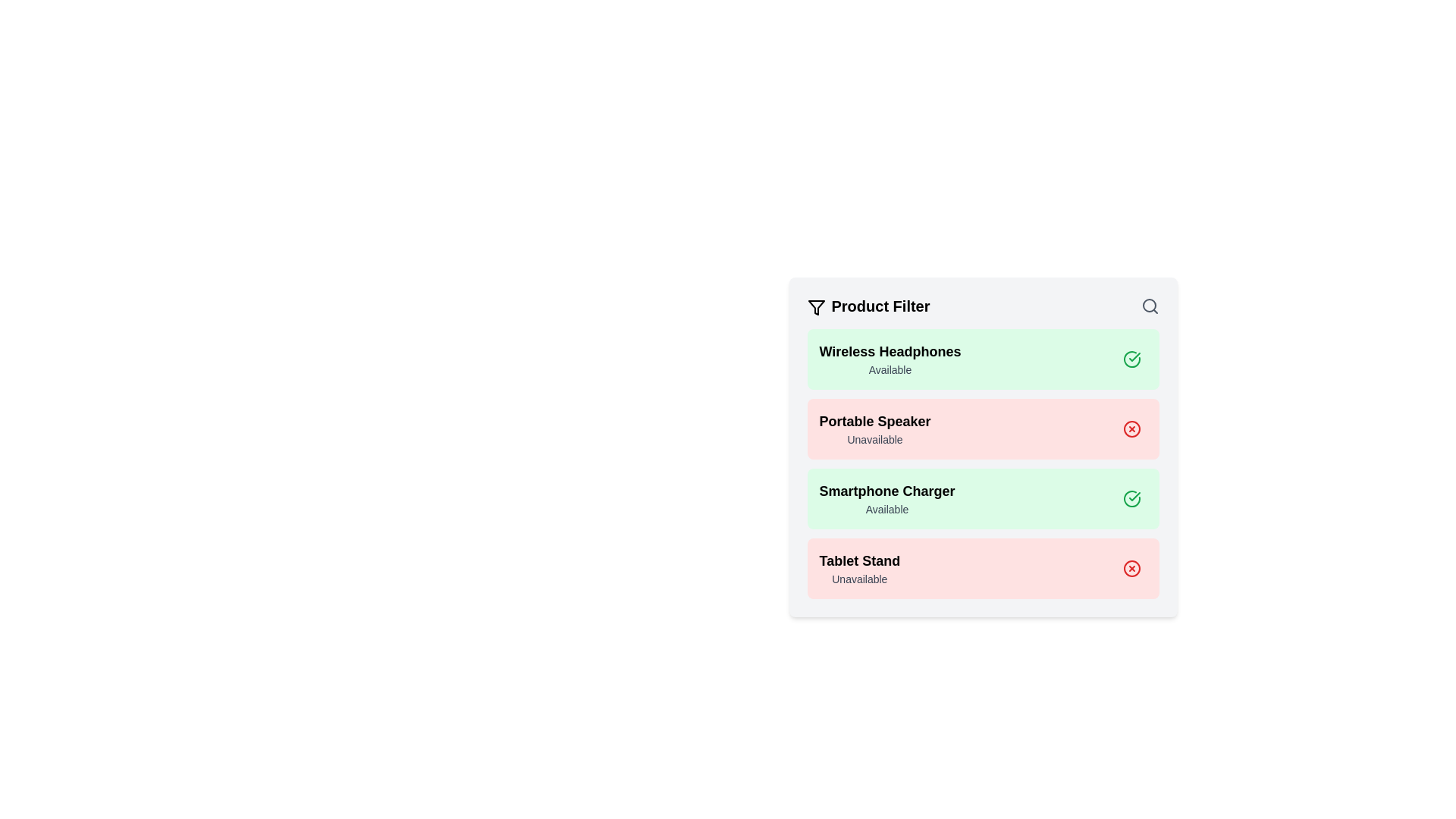 The image size is (1456, 819). What do you see at coordinates (1150, 306) in the screenshot?
I see `the search icon located at the far right of the 'Product Filter' section header` at bounding box center [1150, 306].